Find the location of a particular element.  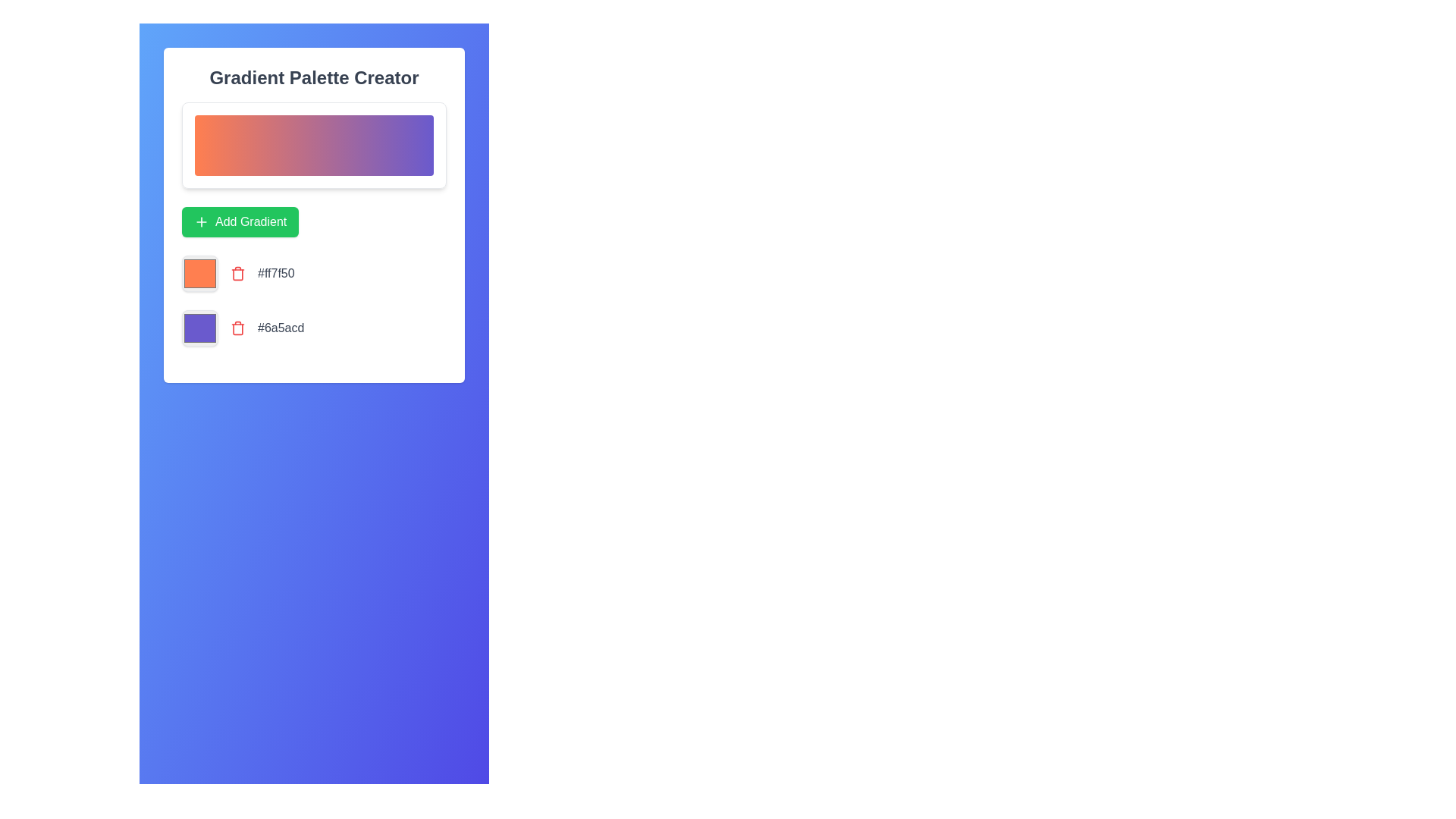

the first color swatch in the gradient palette is located at coordinates (199, 274).